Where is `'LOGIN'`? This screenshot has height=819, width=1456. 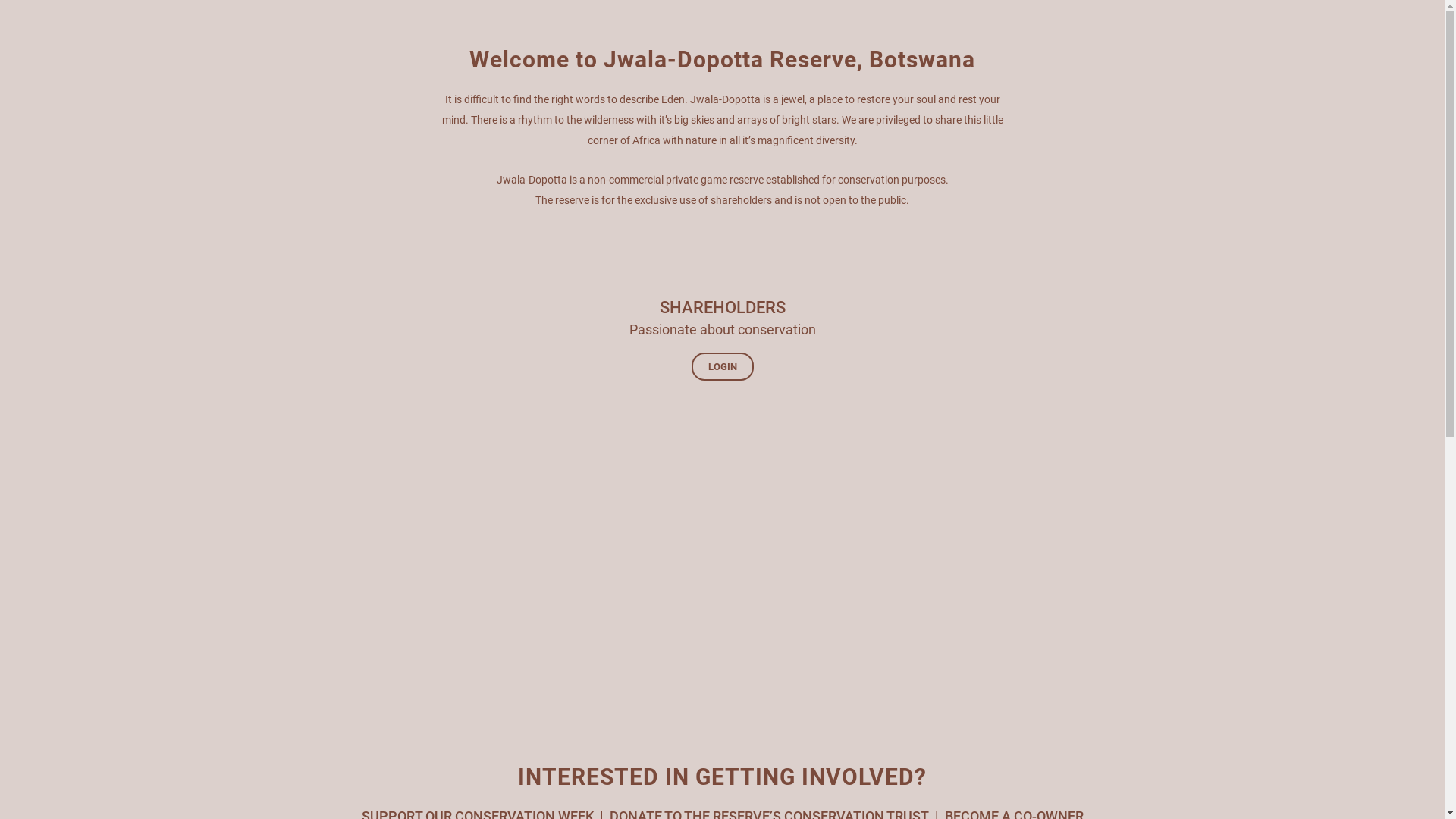
'LOGIN' is located at coordinates (722, 366).